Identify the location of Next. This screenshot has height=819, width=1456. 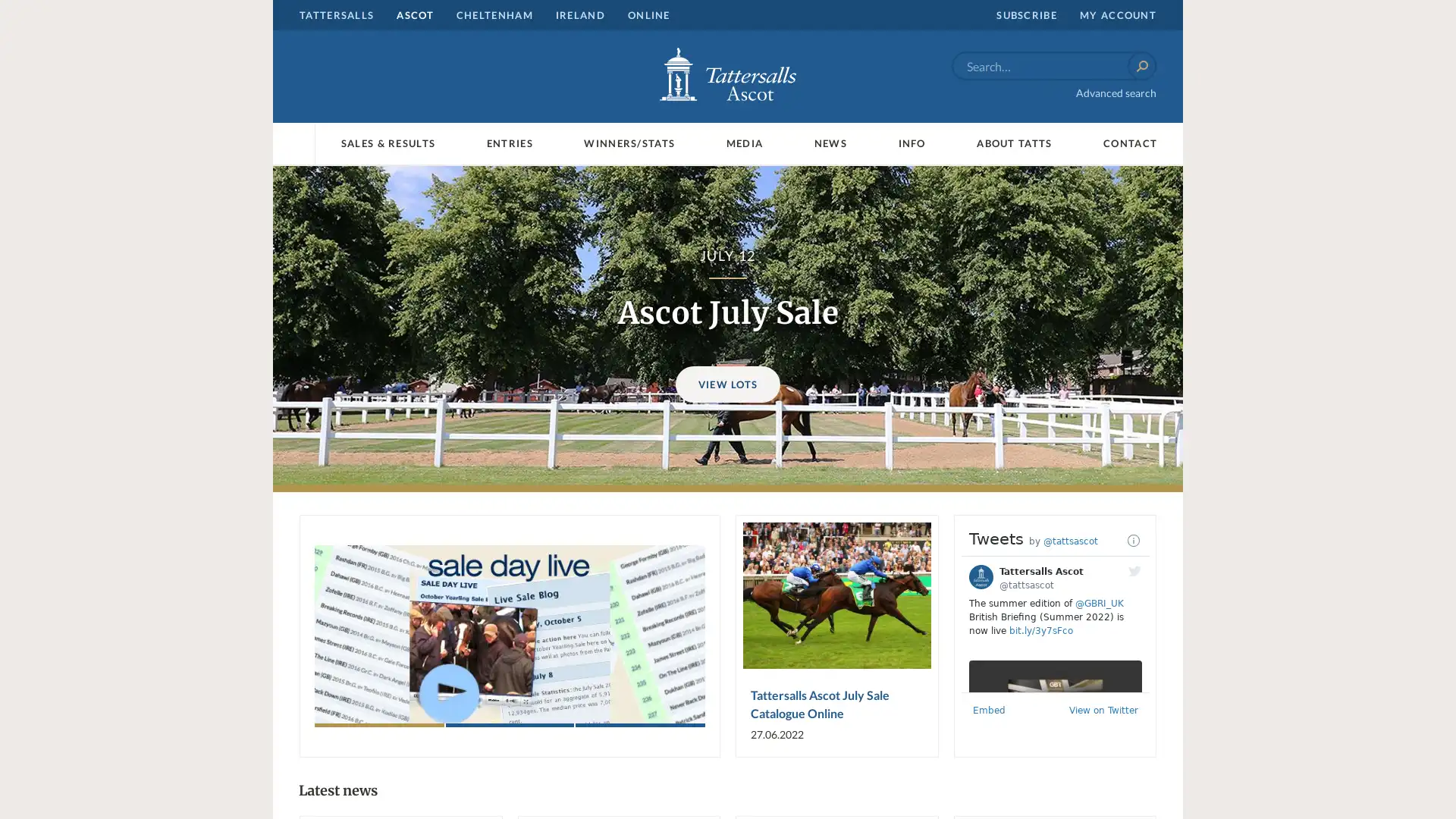
(686, 635).